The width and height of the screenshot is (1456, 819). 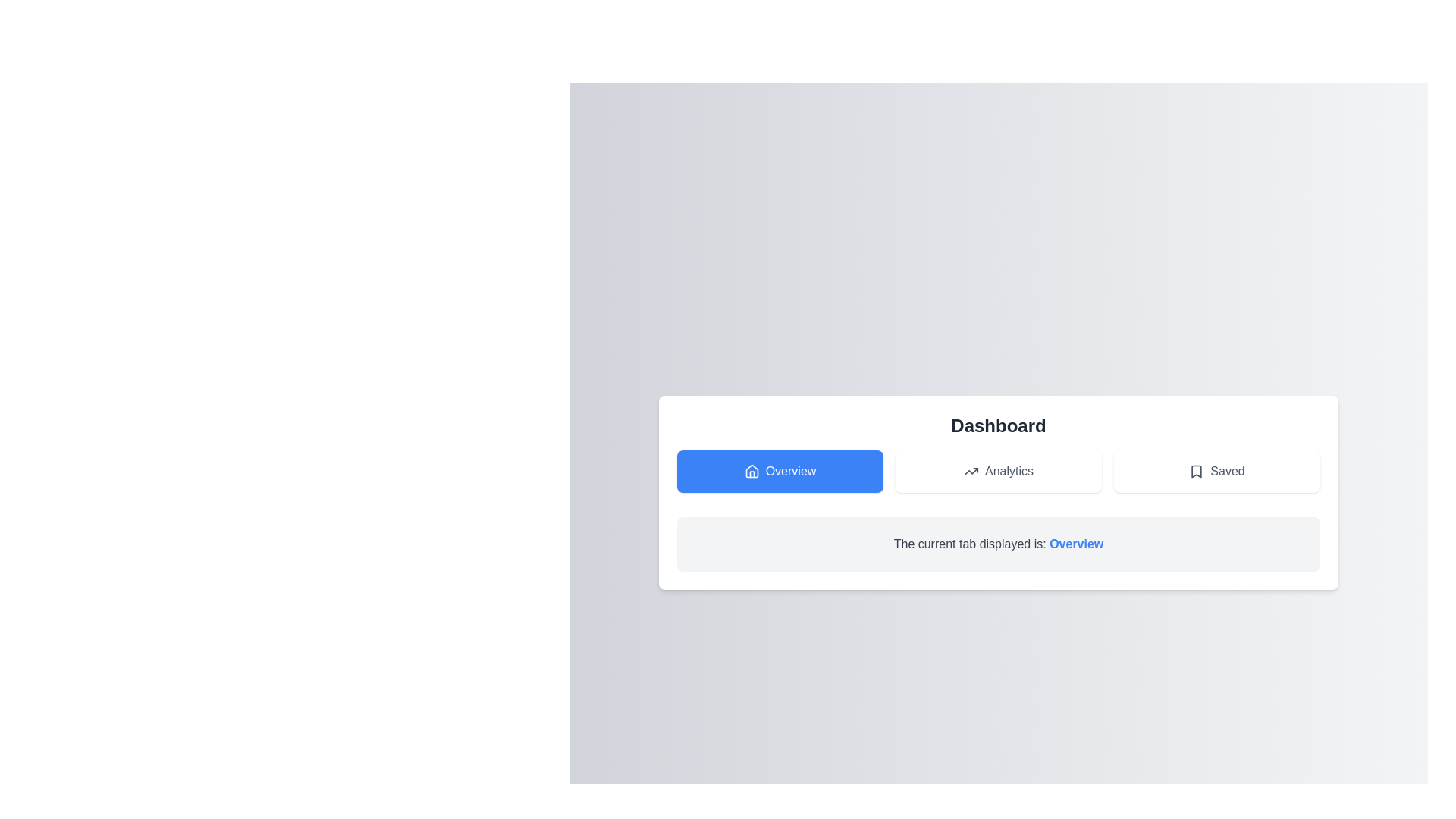 I want to click on the blue 'Overview' button, which has a white house icon and is located in the top-left section of its containing grid, so click(x=780, y=470).